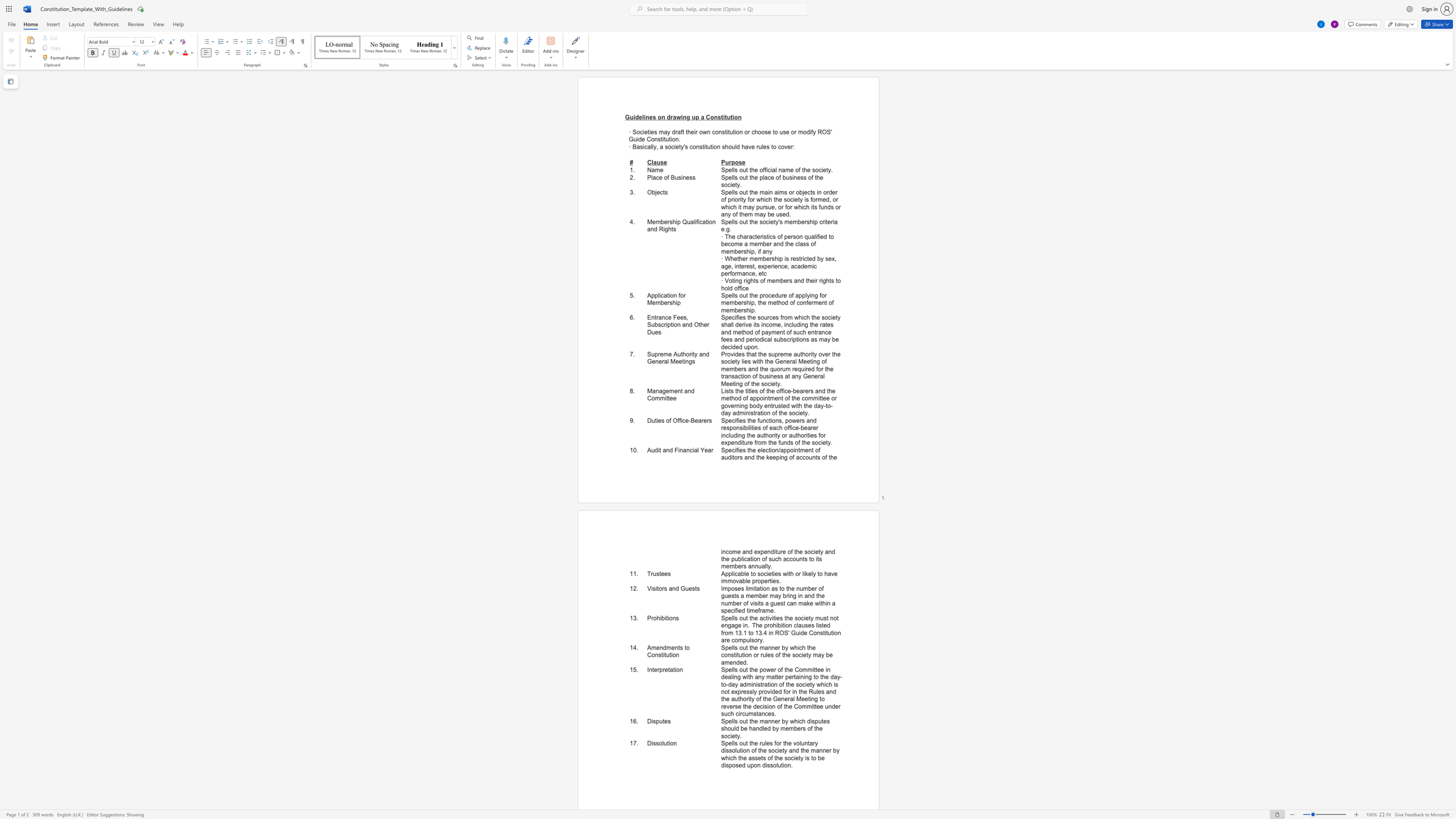  I want to click on the subset text "he society" within the text "Spells out the manner by which the constitution or rules of the society may be amended.", so click(783, 655).